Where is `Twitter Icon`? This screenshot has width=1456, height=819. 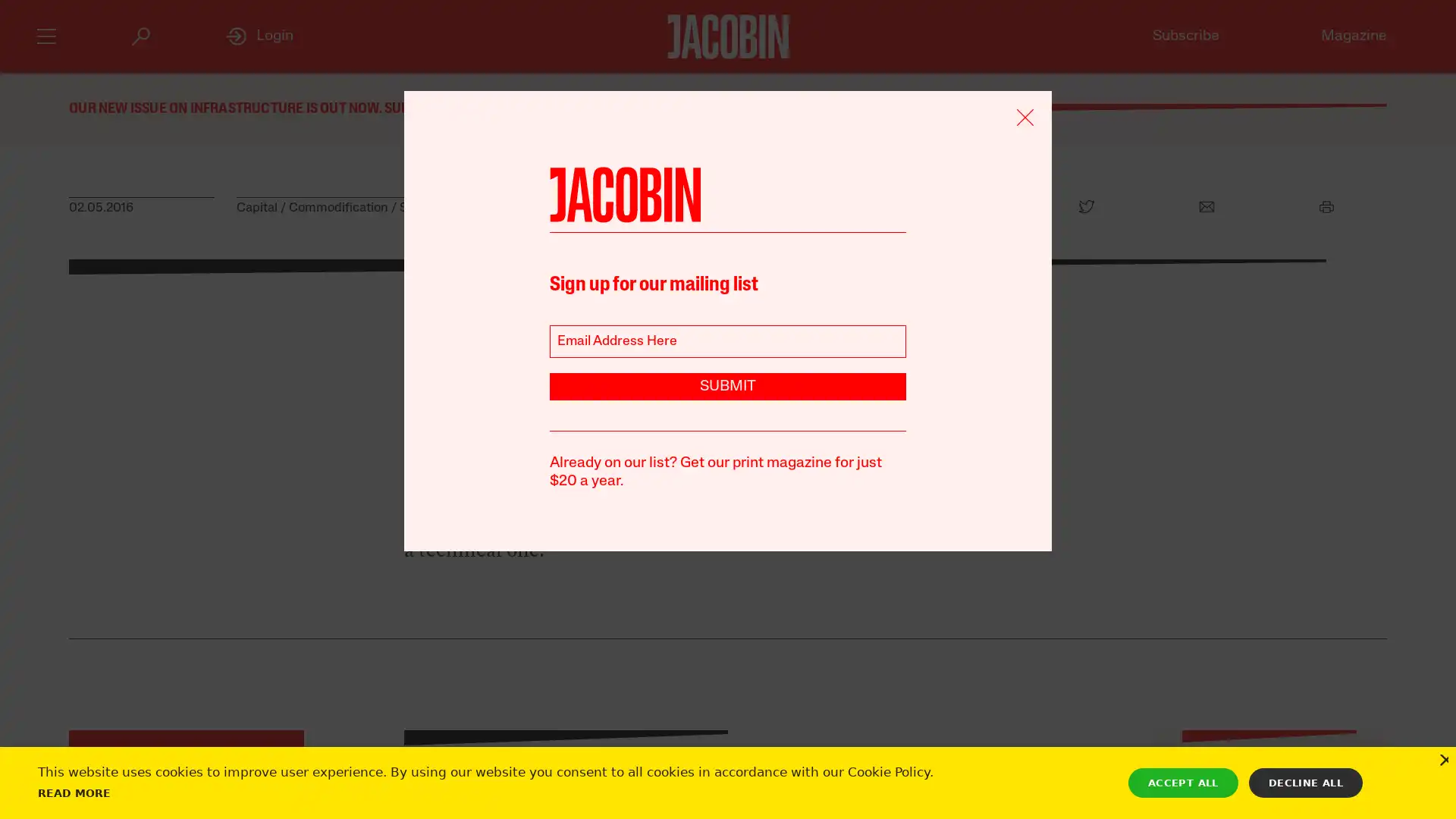
Twitter Icon is located at coordinates (1085, 206).